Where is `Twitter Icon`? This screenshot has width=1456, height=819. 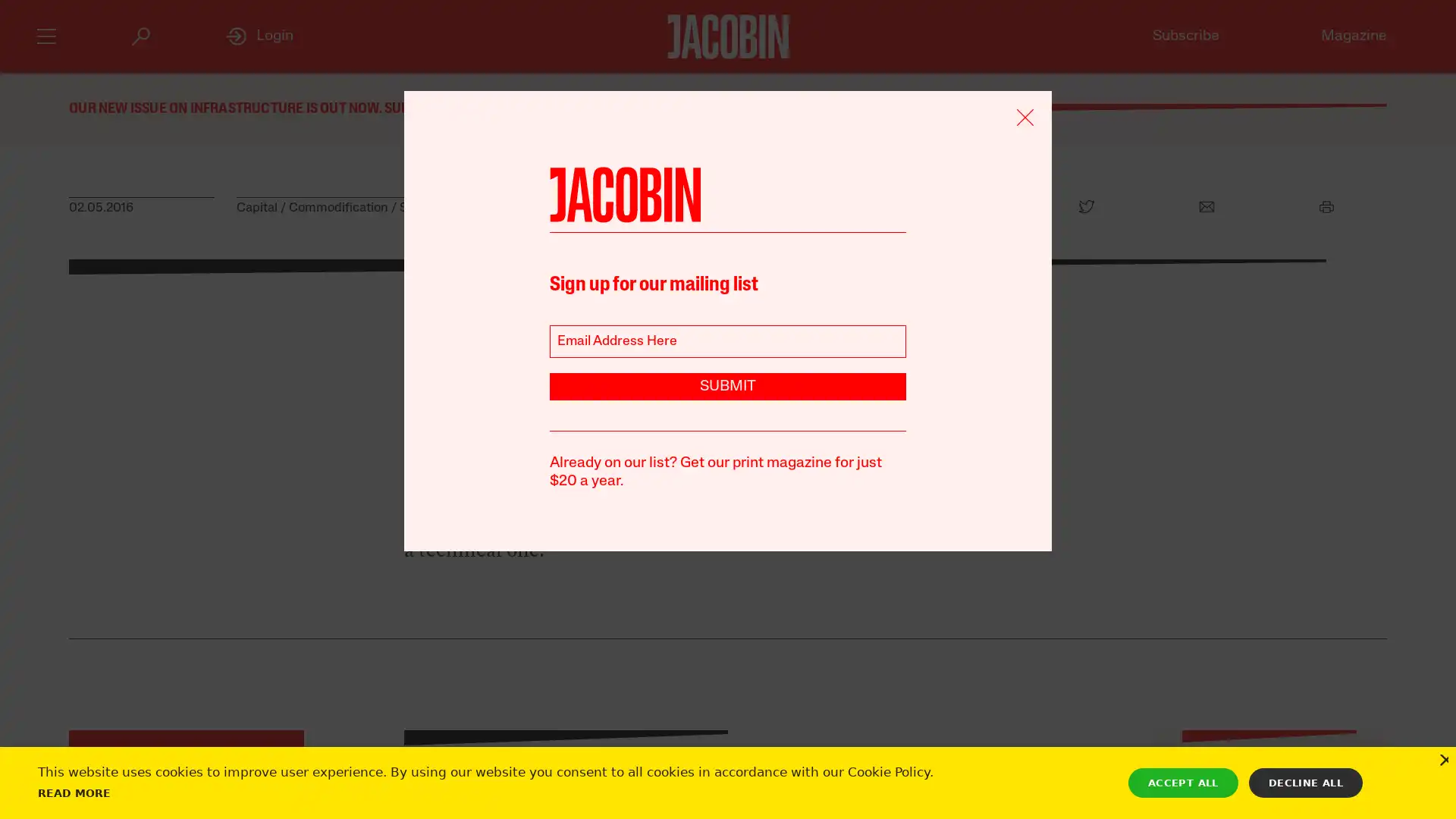
Twitter Icon is located at coordinates (1085, 206).